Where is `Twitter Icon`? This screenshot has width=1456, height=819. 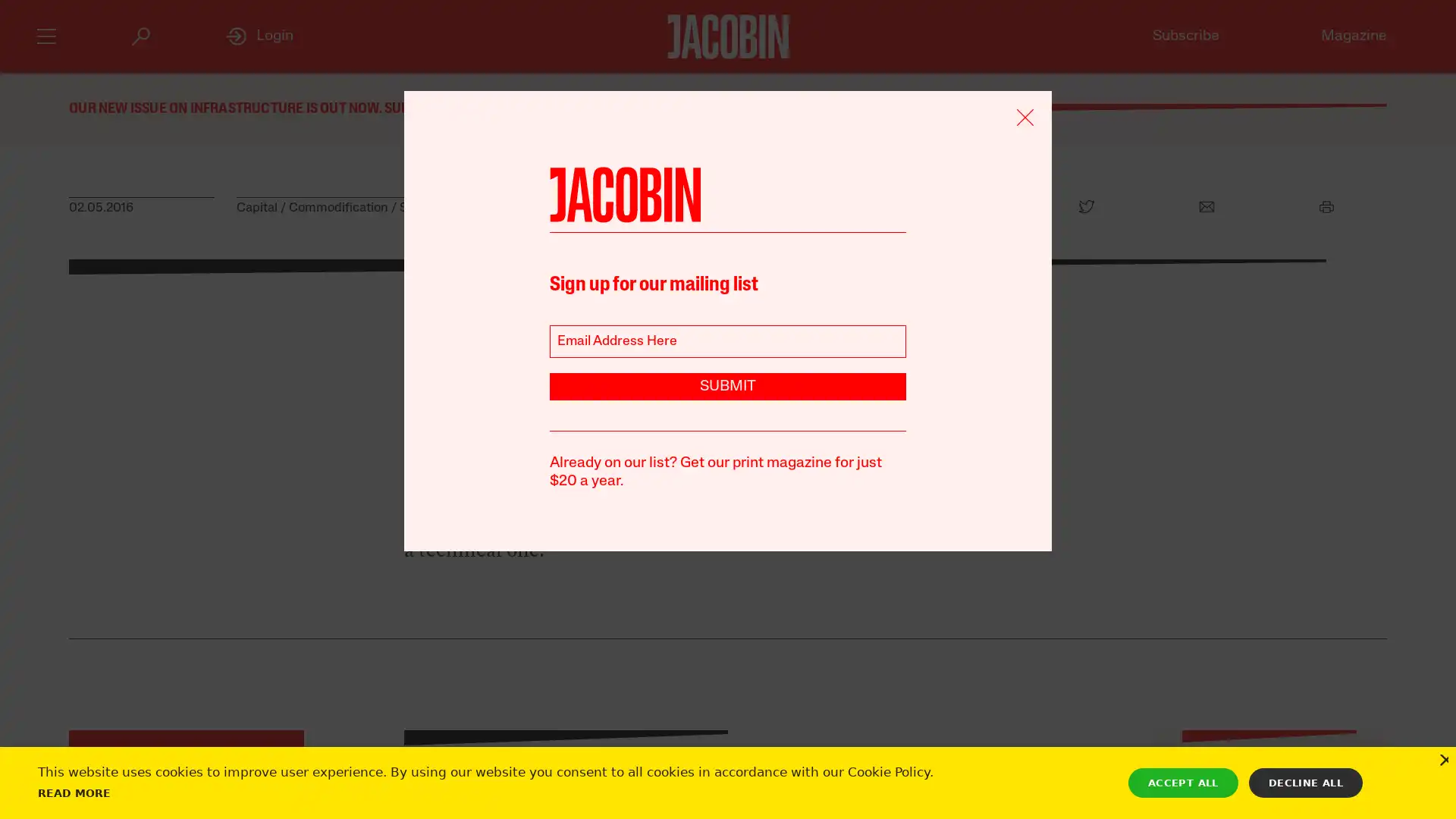
Twitter Icon is located at coordinates (1085, 206).